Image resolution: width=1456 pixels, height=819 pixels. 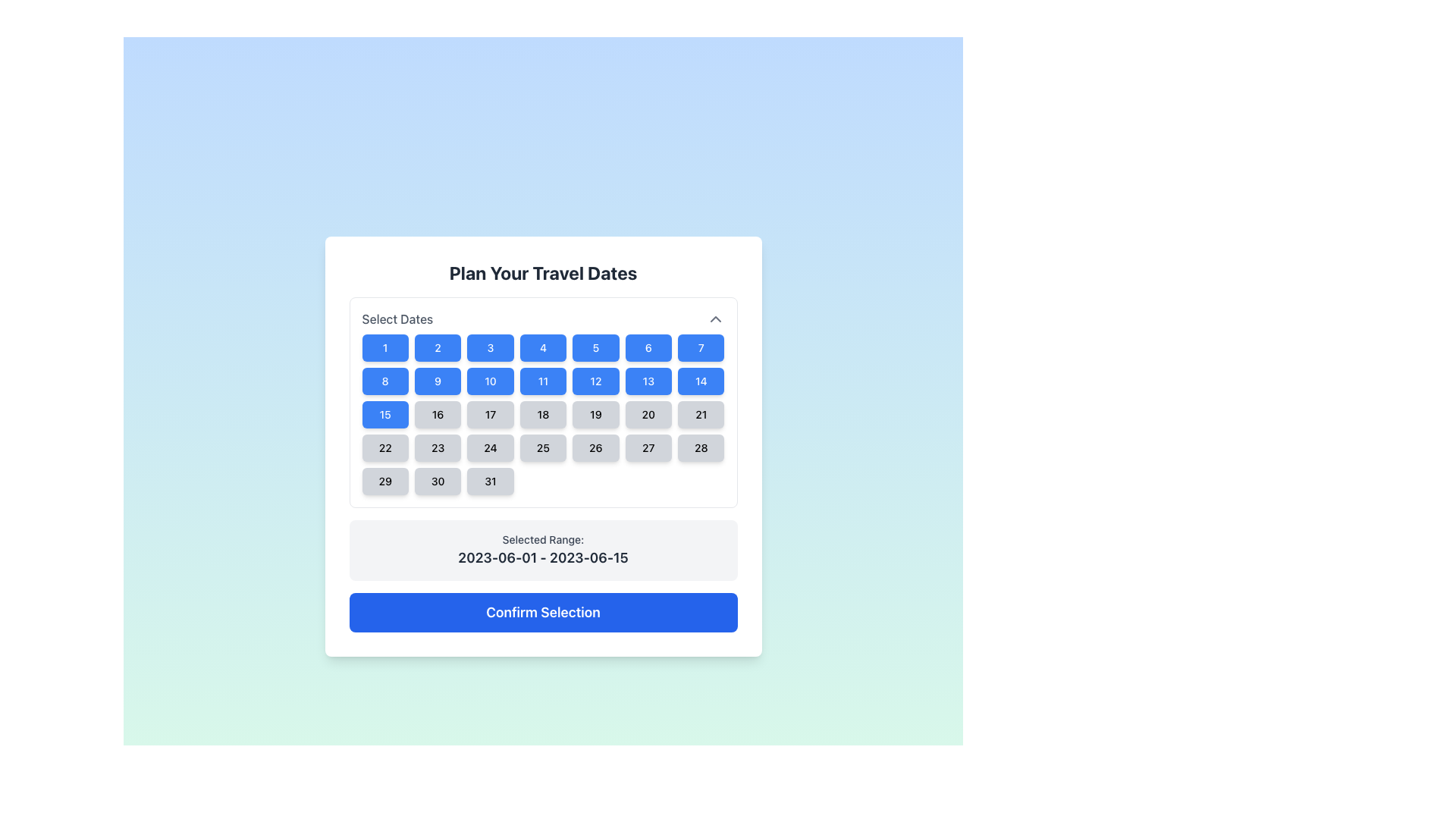 What do you see at coordinates (543, 558) in the screenshot?
I see `the text display element that shows the currently selected date range, located in a gray box labeled 'Selected Range:' below the date selection buttons` at bounding box center [543, 558].